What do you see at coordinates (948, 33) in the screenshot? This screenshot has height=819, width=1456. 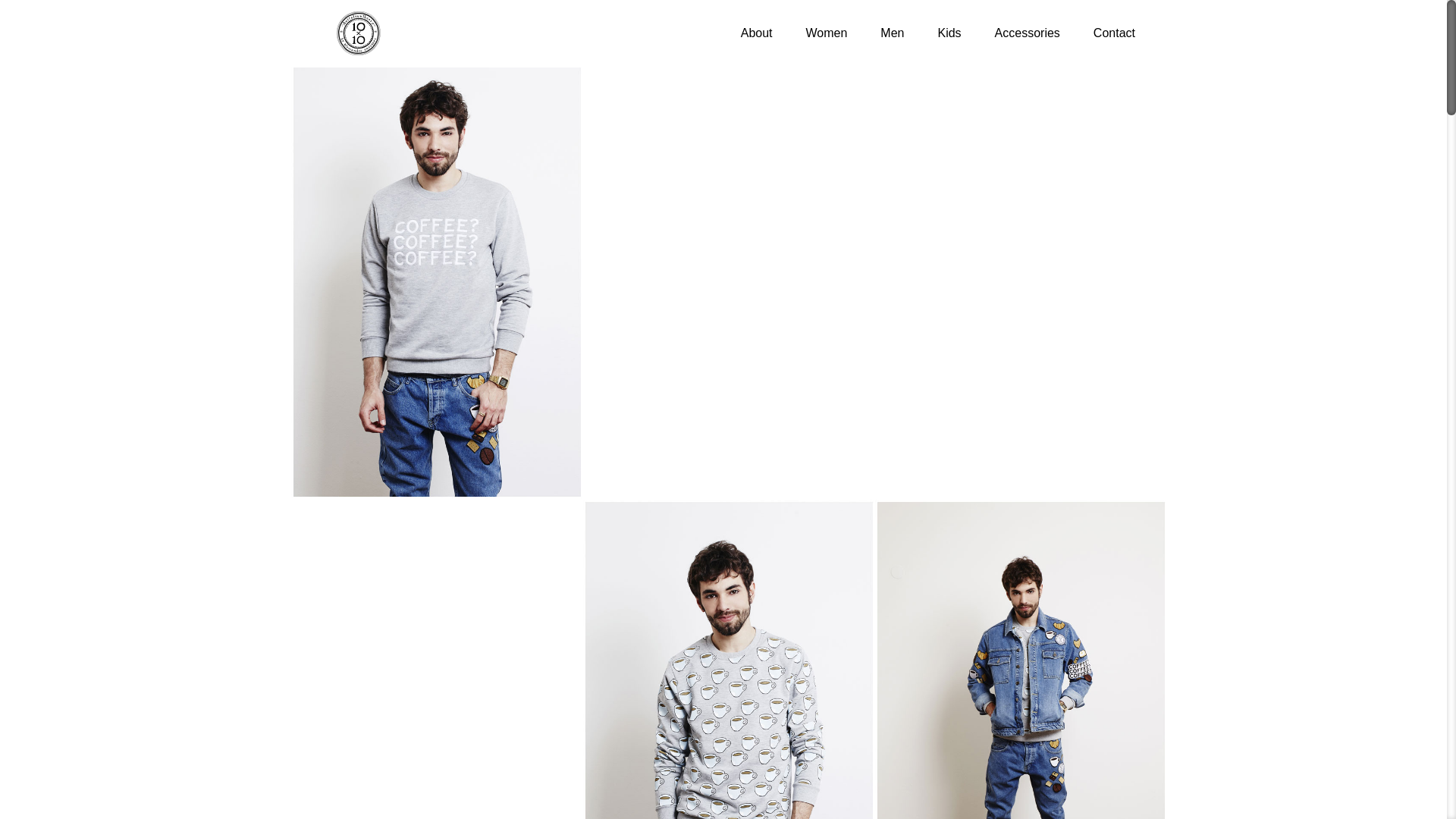 I see `'Kids'` at bounding box center [948, 33].